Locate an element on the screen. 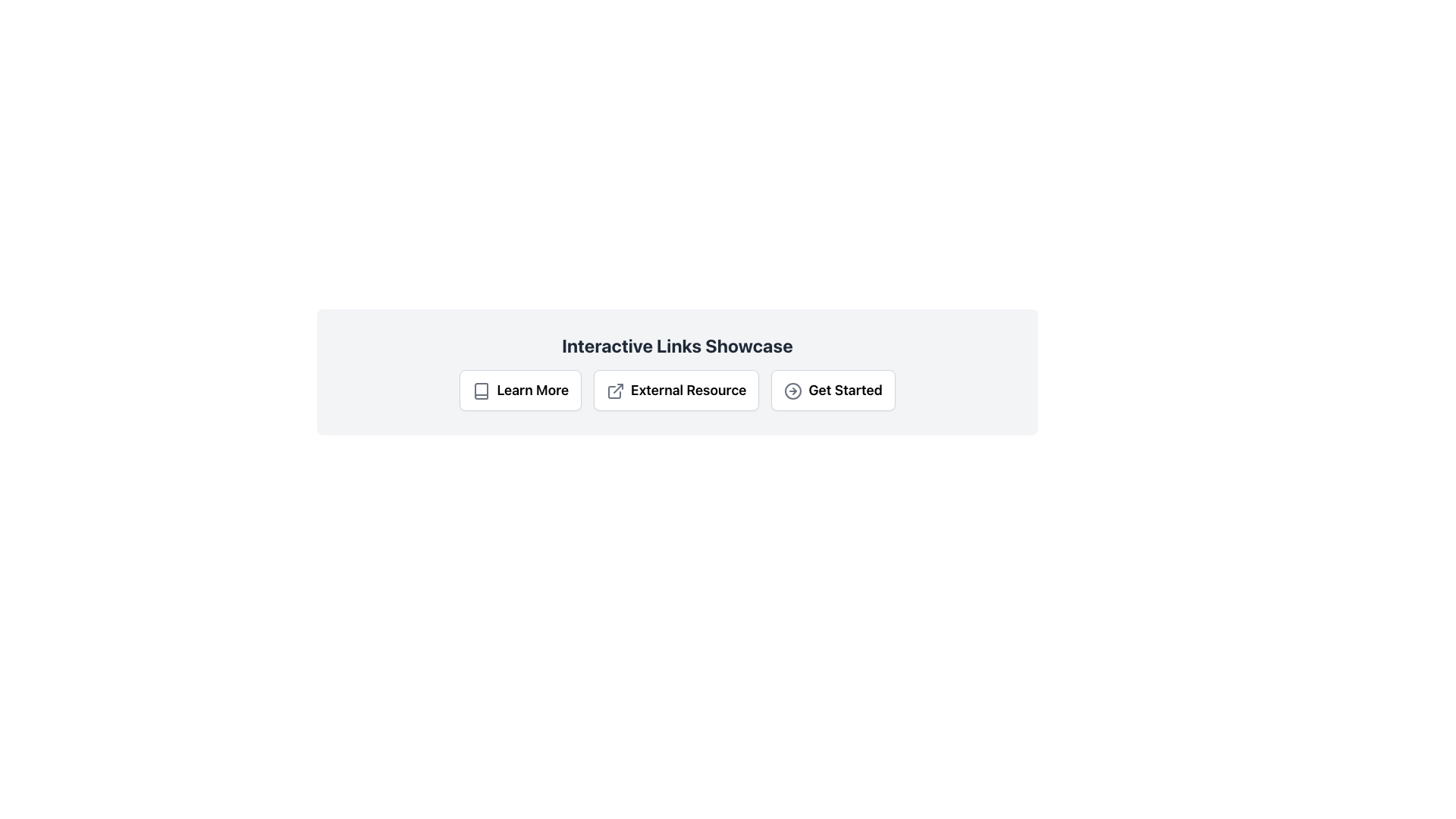  the second button in the Button Group for navigation within the 'Interactive Links Showcase' panel is located at coordinates (676, 390).